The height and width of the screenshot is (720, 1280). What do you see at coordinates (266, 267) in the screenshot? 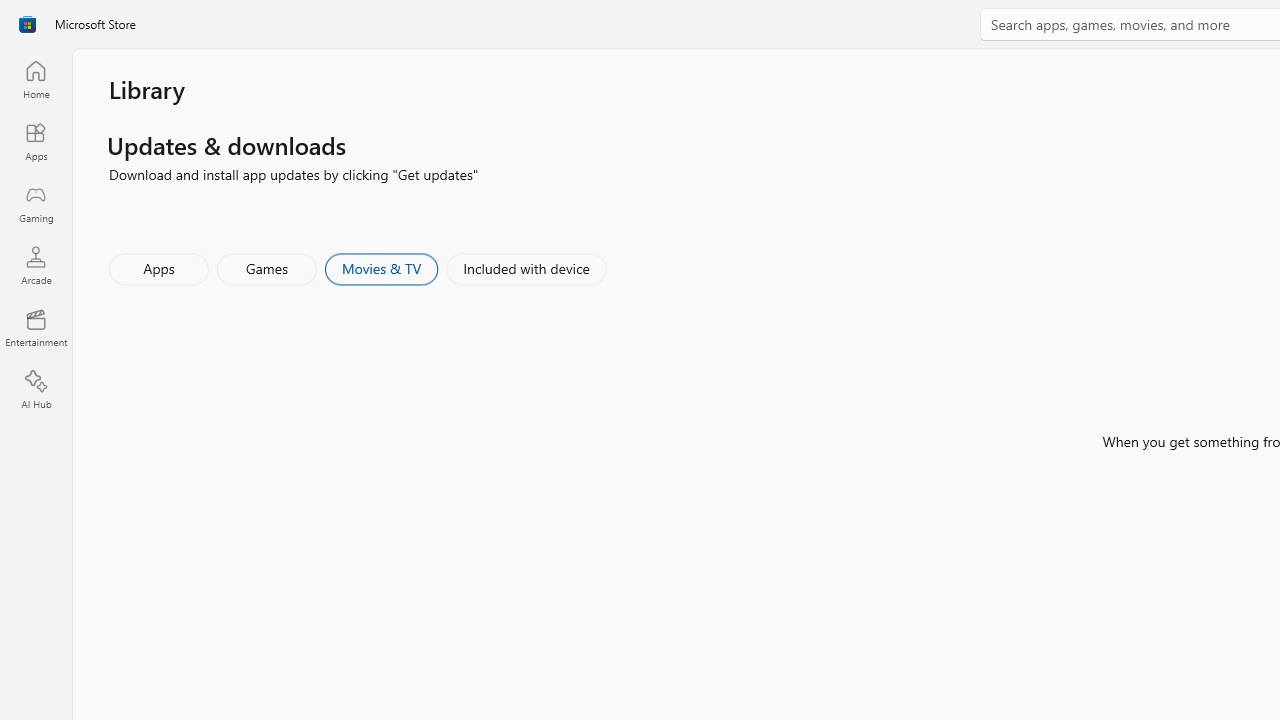
I see `'Games'` at bounding box center [266, 267].